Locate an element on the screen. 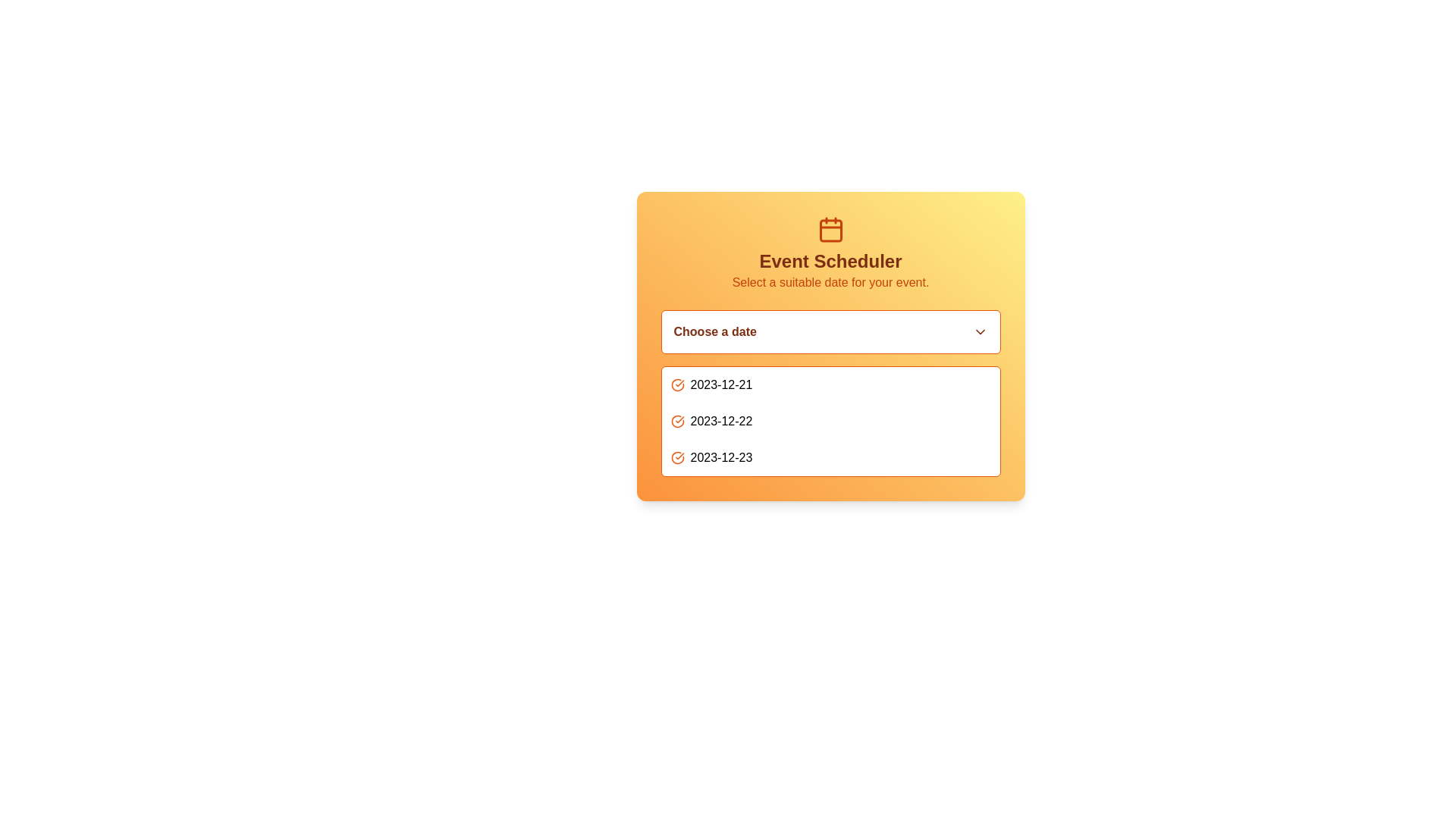 The width and height of the screenshot is (1456, 819). the dropdown menu labeled 'Choose a date' with an orange border is located at coordinates (830, 331).